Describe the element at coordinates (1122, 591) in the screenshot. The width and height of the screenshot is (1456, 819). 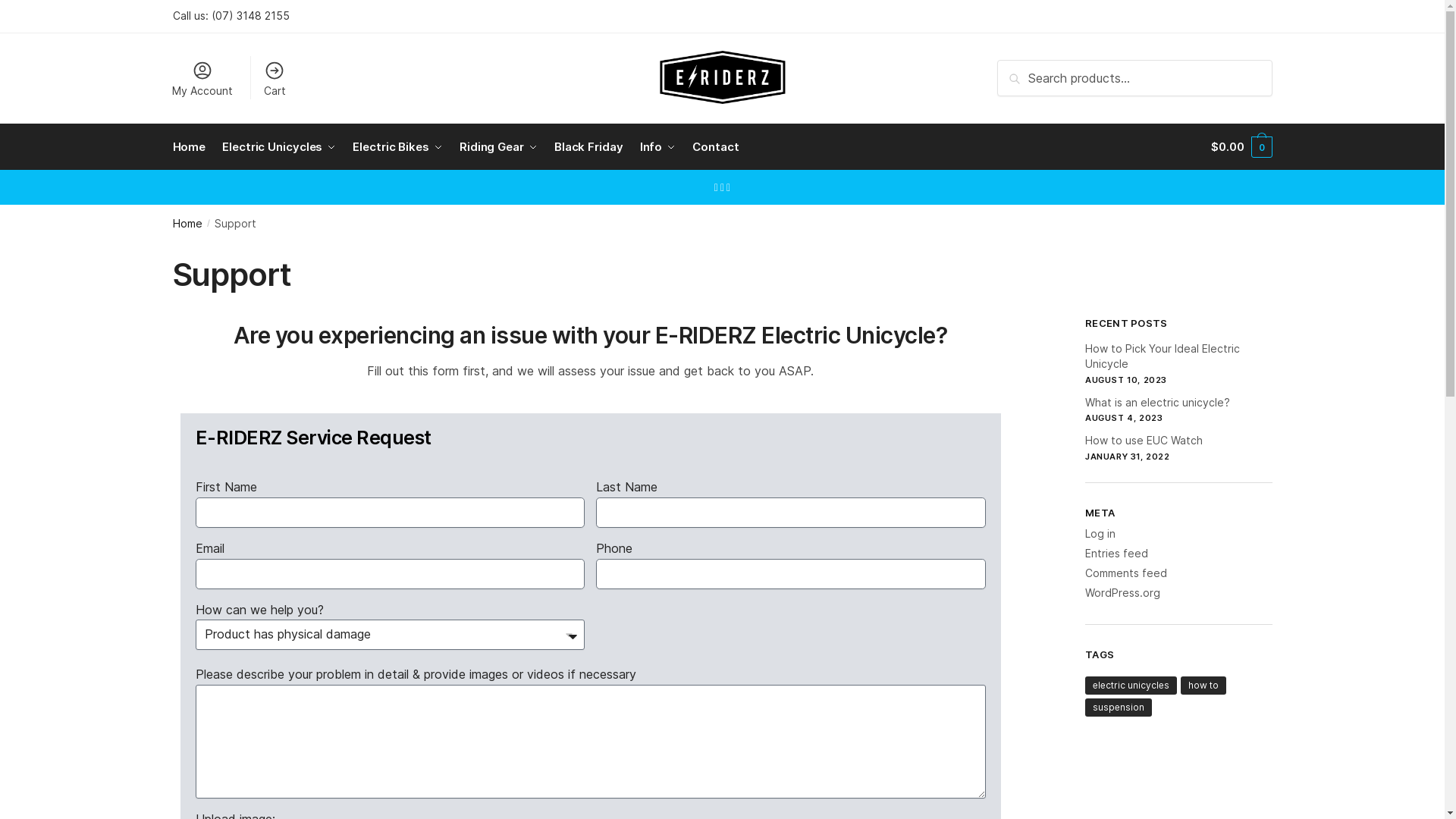
I see `'WordPress.org'` at that location.